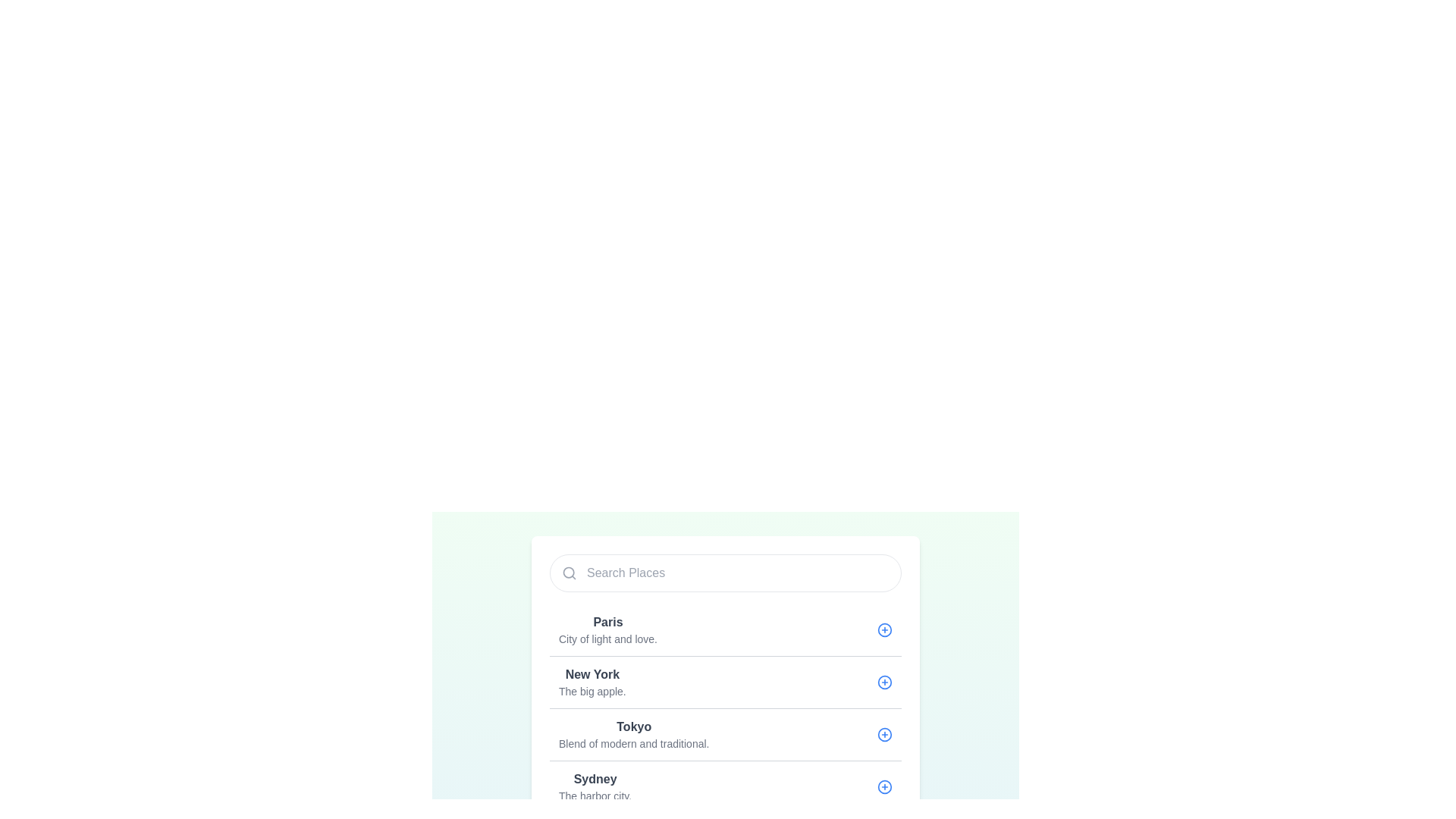 This screenshot has height=819, width=1456. I want to click on the second item in the list that corresponds to 'New York', which is located directly below the 'Paris' row, so click(724, 680).